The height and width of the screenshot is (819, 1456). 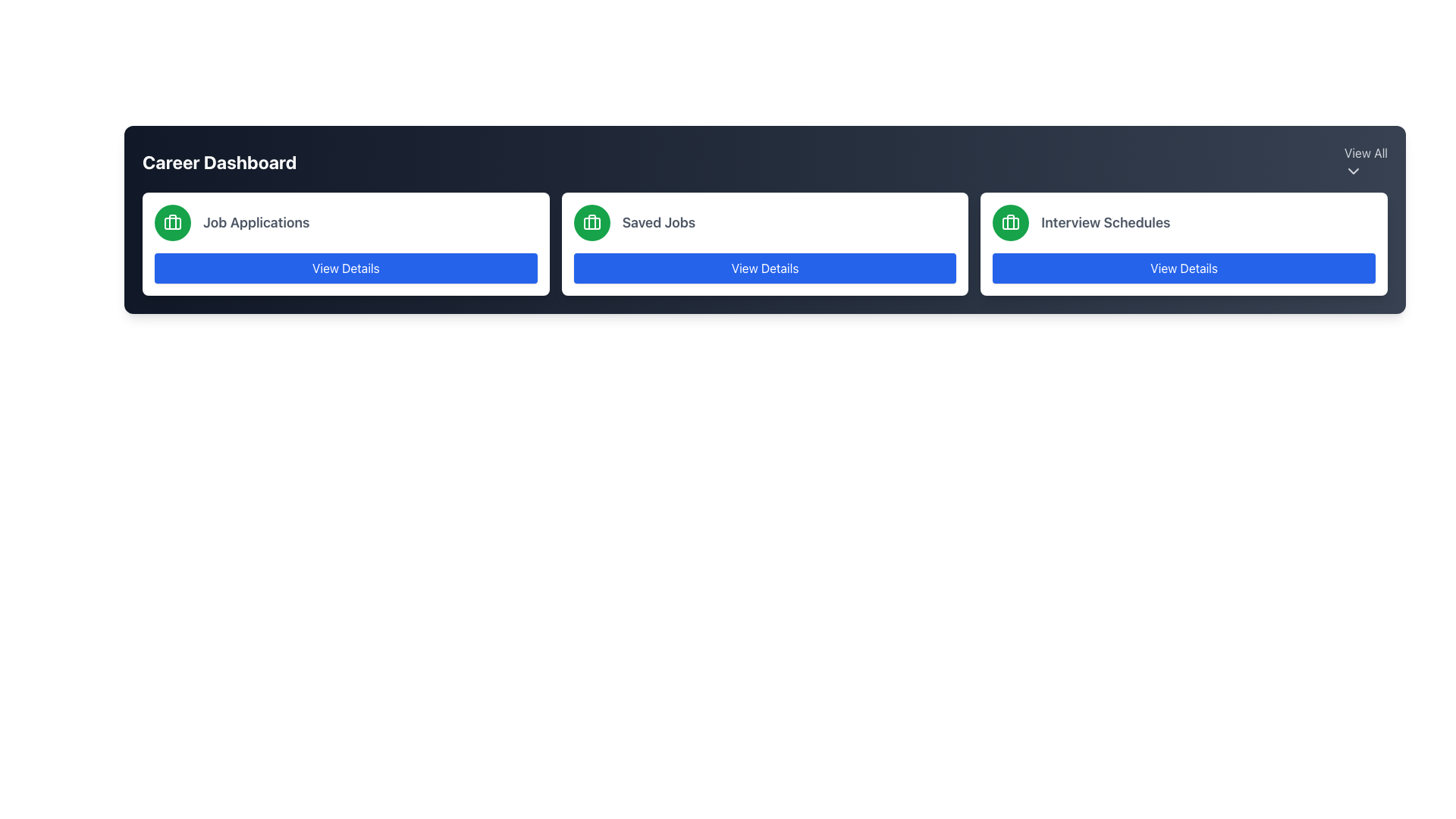 I want to click on the briefcase icon located in the top-left corner of the 'Job Applications' card interface, which features a green background and white strokes, so click(x=172, y=222).